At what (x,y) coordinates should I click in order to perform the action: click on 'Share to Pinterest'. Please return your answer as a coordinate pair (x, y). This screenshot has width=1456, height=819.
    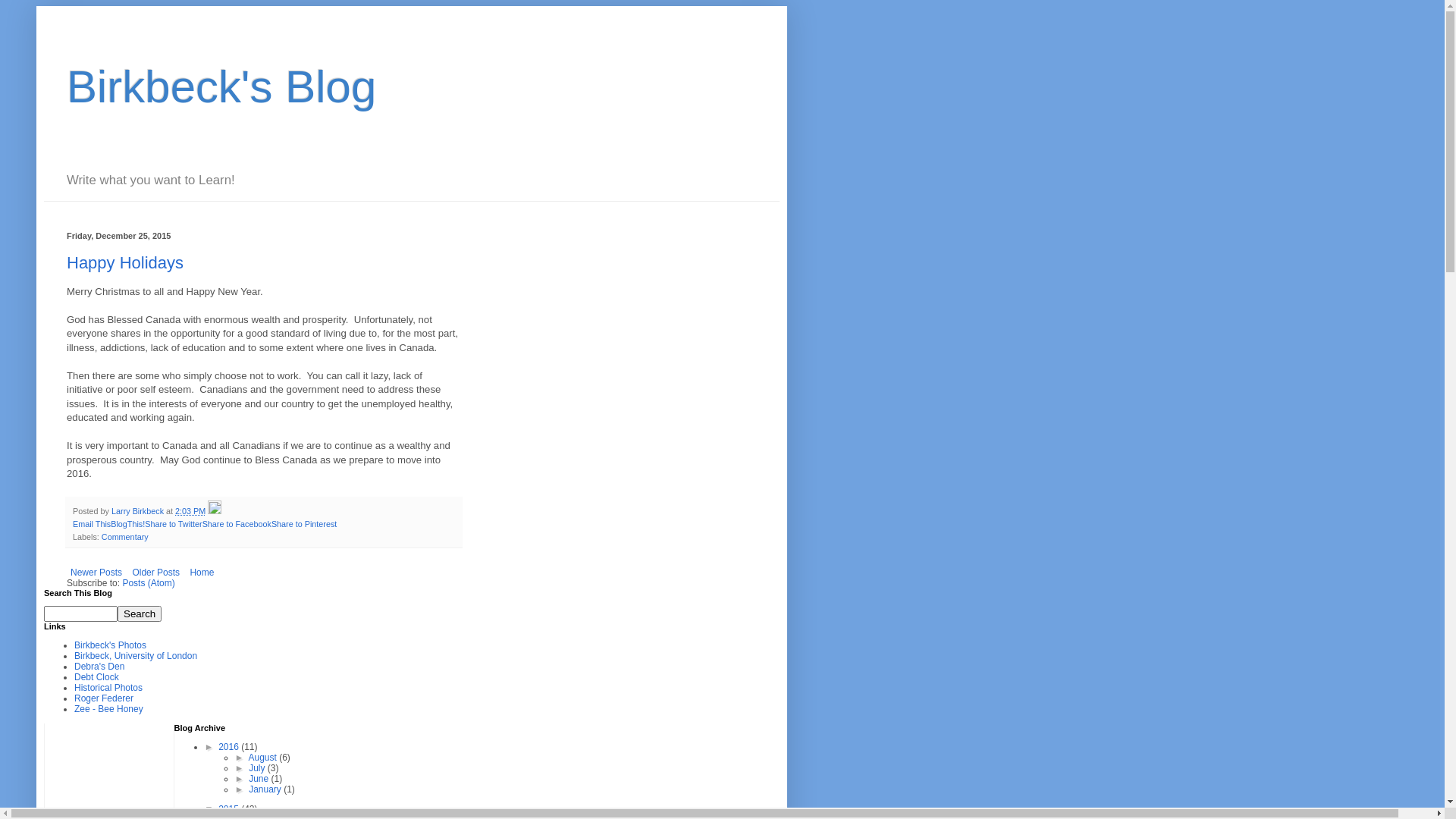
    Looking at the image, I should click on (303, 522).